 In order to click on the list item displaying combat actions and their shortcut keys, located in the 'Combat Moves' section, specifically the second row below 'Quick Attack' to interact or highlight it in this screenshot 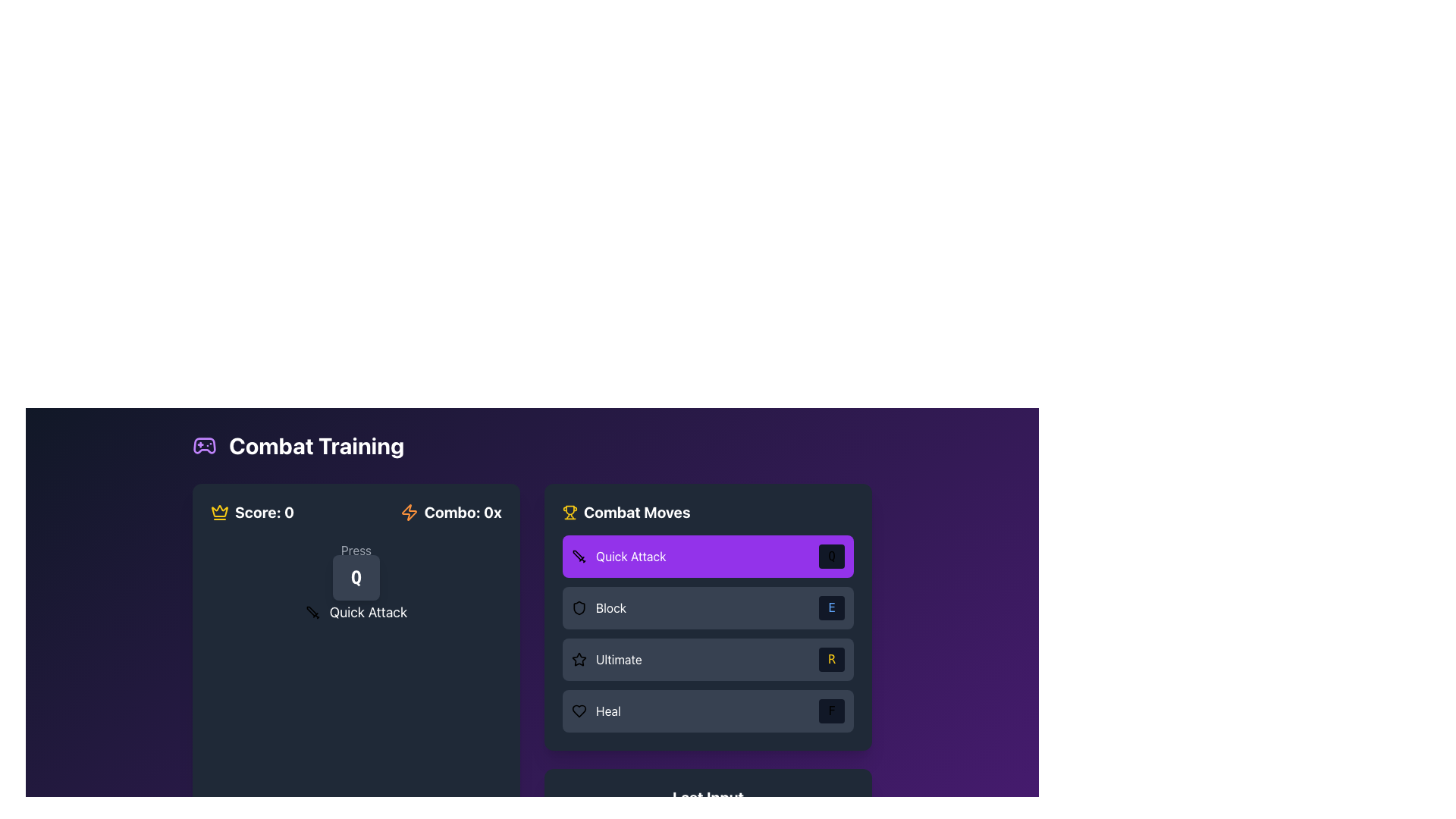, I will do `click(708, 617)`.